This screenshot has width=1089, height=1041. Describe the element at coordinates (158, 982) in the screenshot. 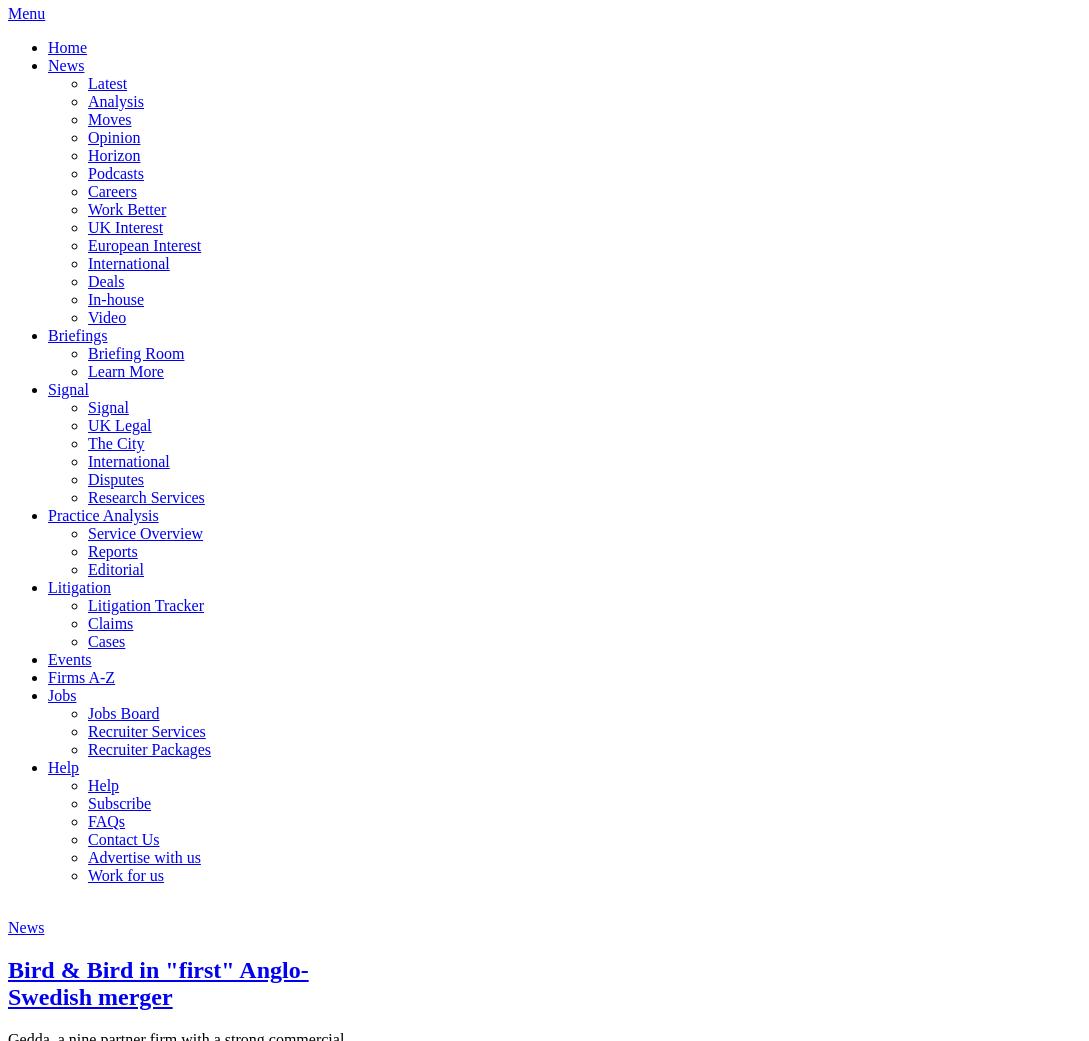

I see `'Bird & Bird in "first" Anglo-Swedish merger'` at that location.